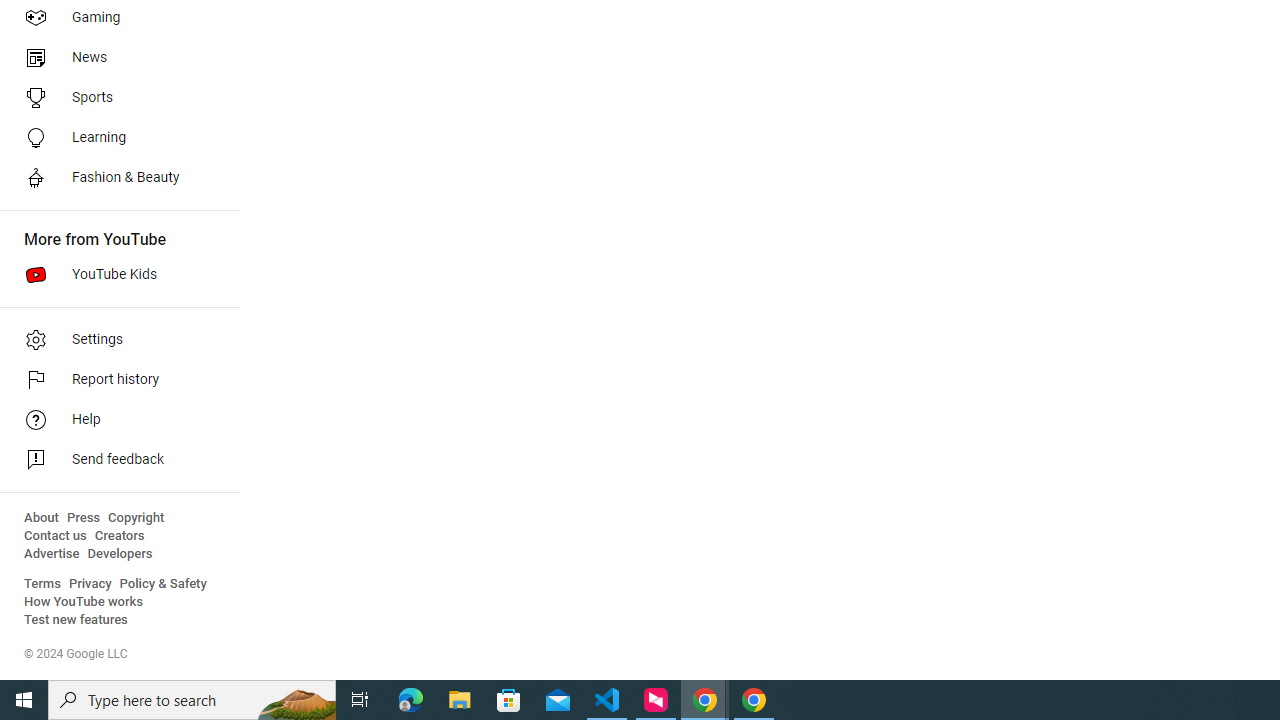 The height and width of the screenshot is (720, 1280). What do you see at coordinates (55, 535) in the screenshot?
I see `'Contact us'` at bounding box center [55, 535].